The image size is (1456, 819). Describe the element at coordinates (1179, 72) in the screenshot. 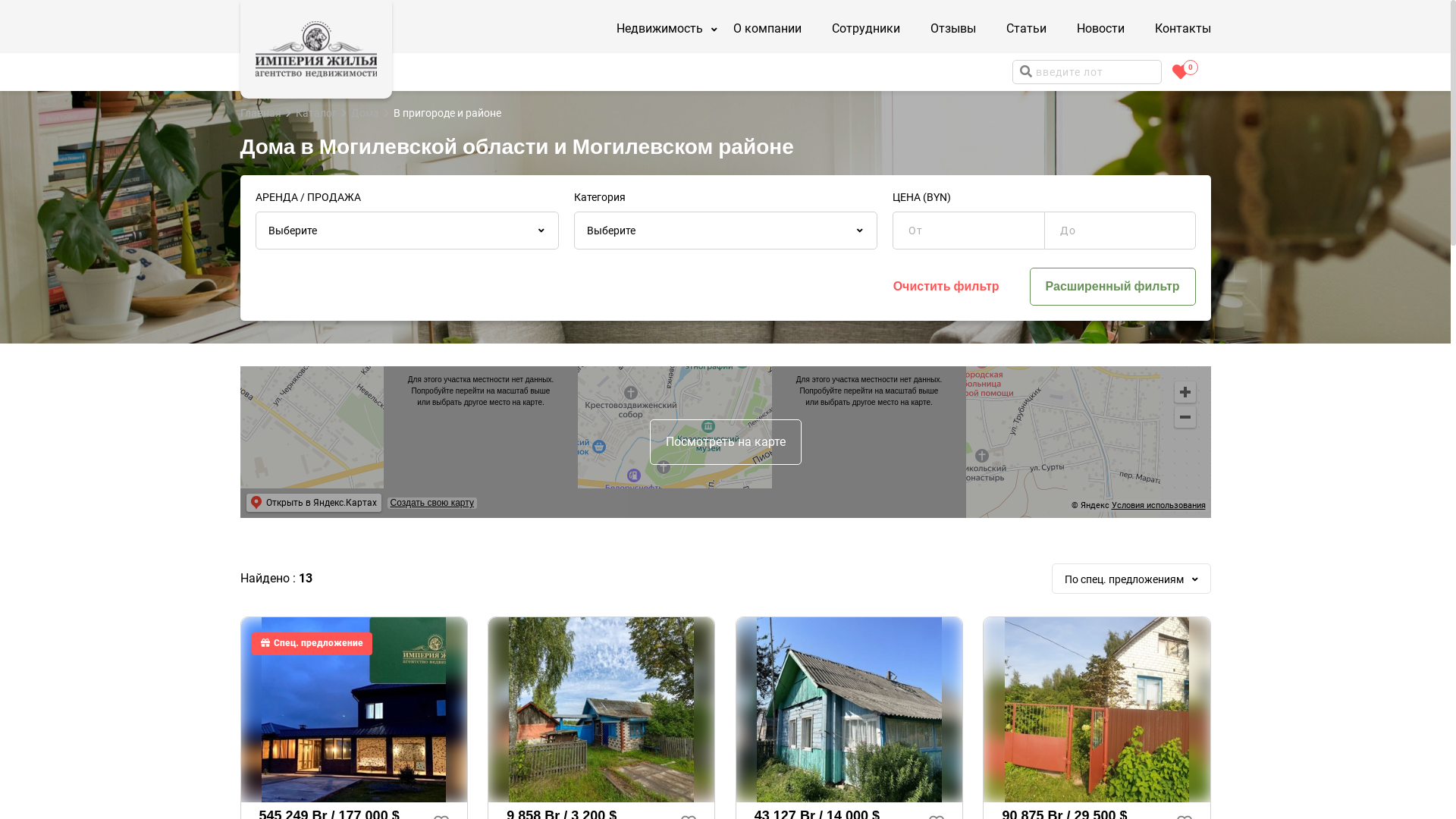

I see `'0'` at that location.